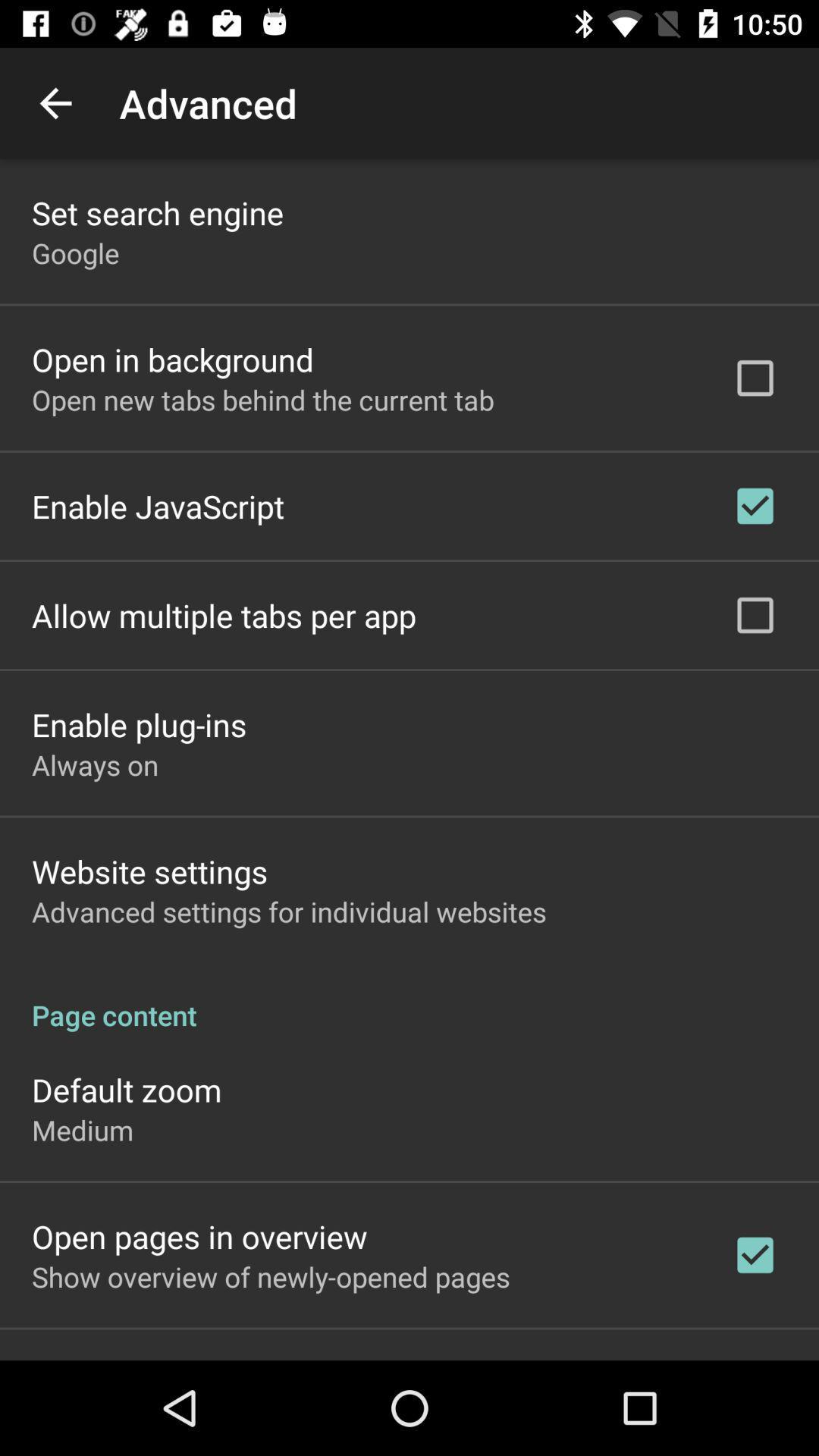 Image resolution: width=819 pixels, height=1456 pixels. I want to click on the icon below enable plug-ins item, so click(95, 764).